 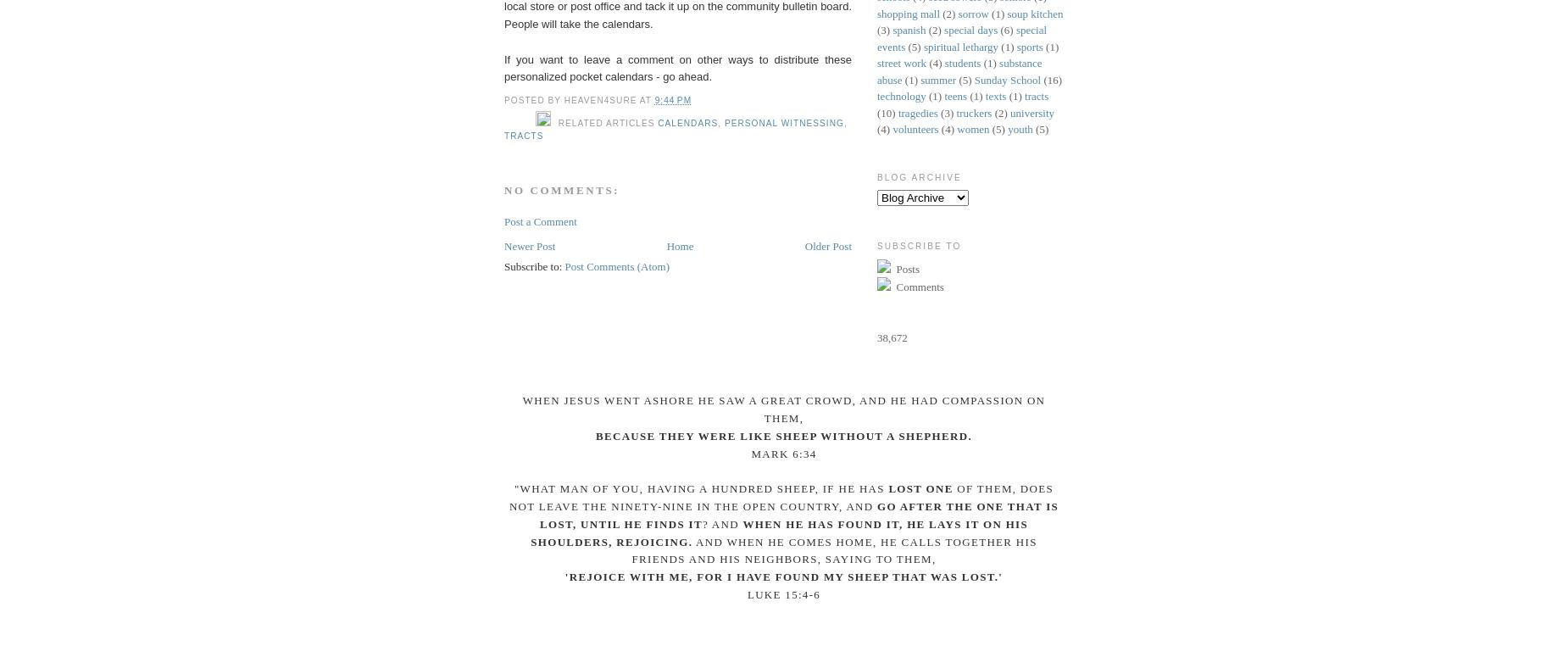 I want to click on 'Post a Comment', so click(x=503, y=220).